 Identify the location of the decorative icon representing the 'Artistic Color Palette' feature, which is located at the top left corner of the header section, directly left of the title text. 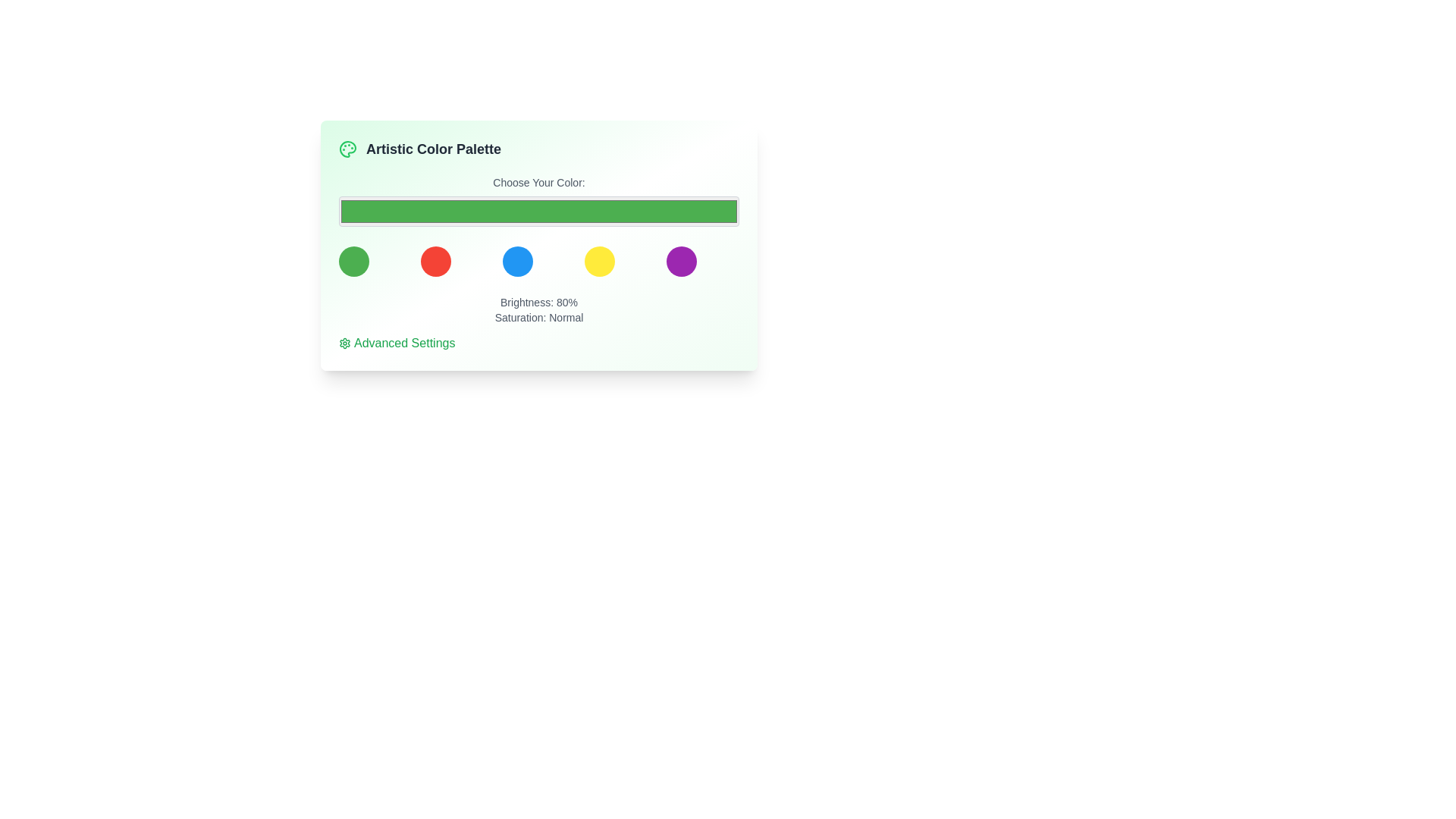
(347, 149).